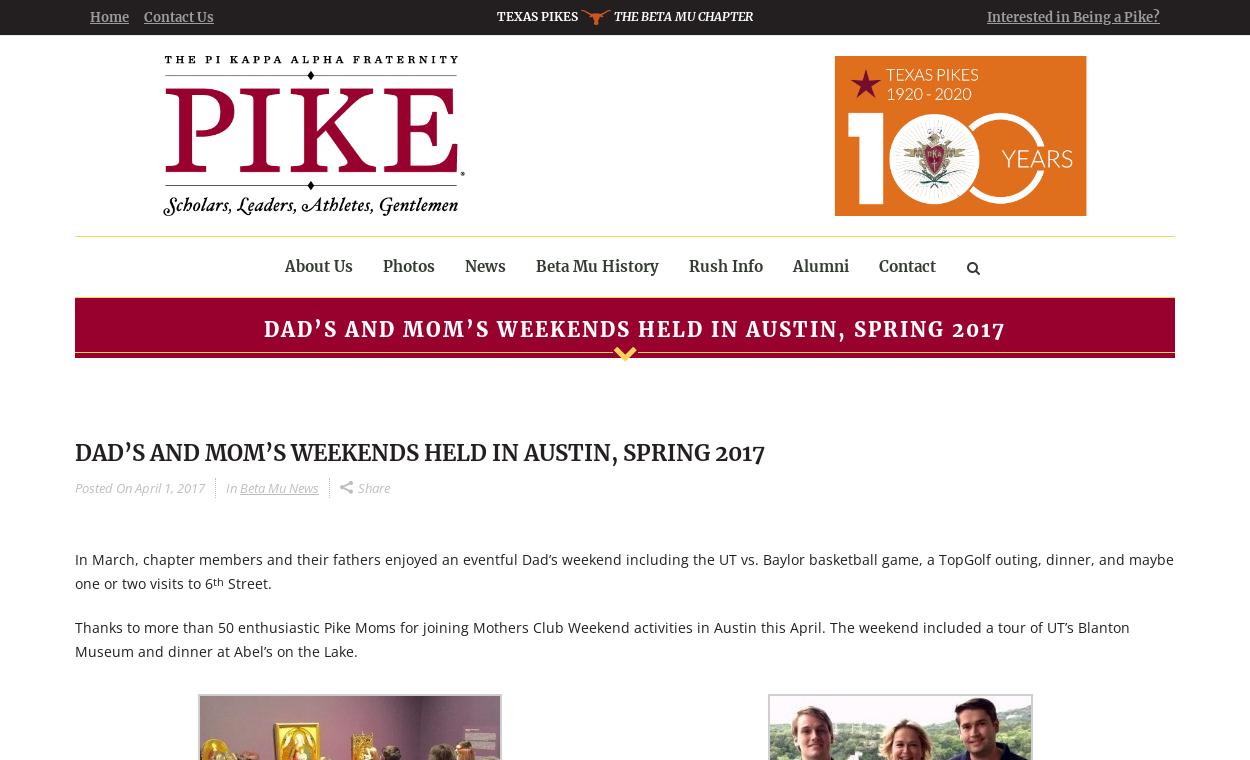 The width and height of the screenshot is (1250, 760). Describe the element at coordinates (168, 487) in the screenshot. I see `'April 1, 2017'` at that location.